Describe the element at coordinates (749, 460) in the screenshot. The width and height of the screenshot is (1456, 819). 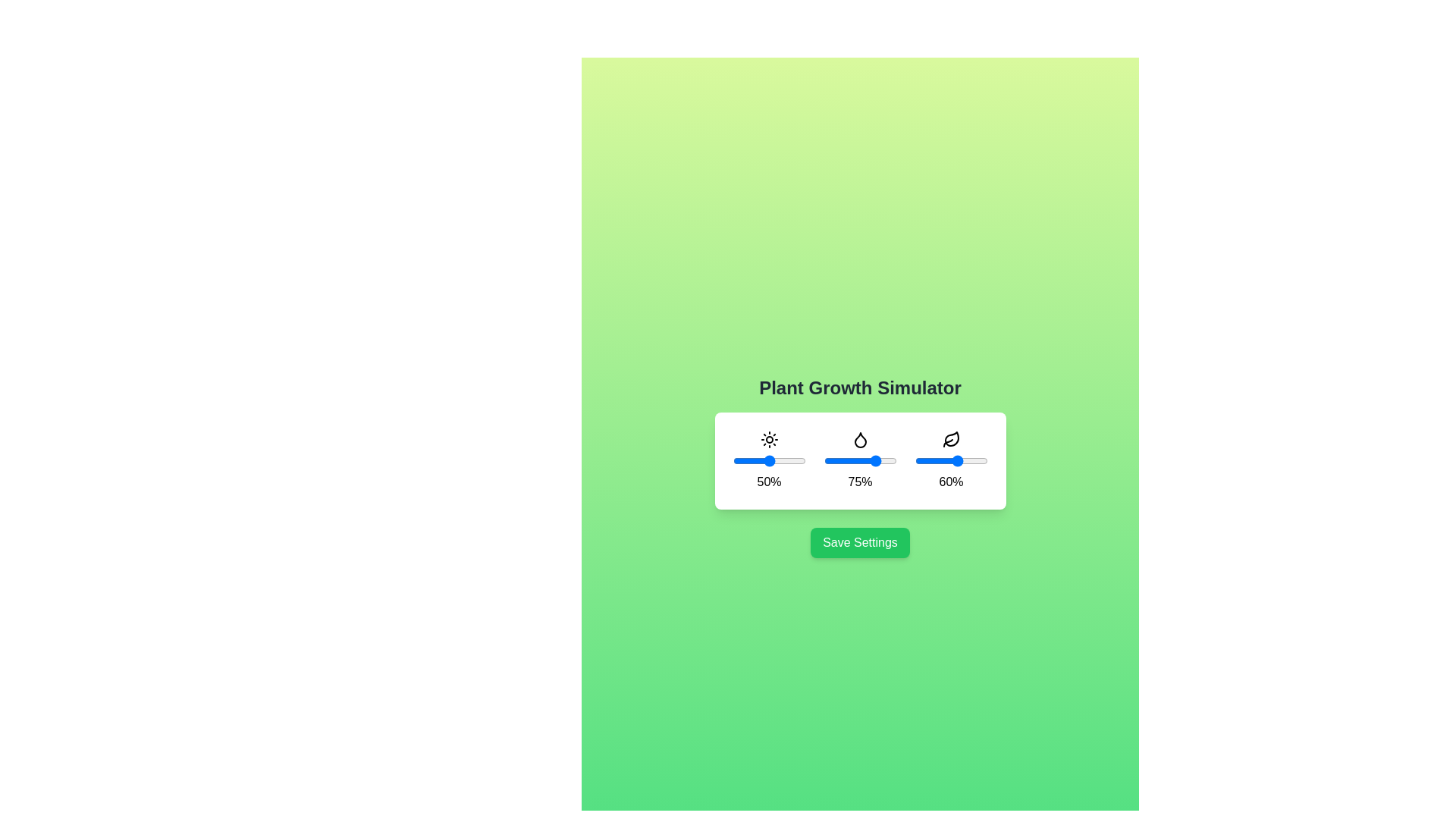
I see `the sunlight slider to 23%` at that location.